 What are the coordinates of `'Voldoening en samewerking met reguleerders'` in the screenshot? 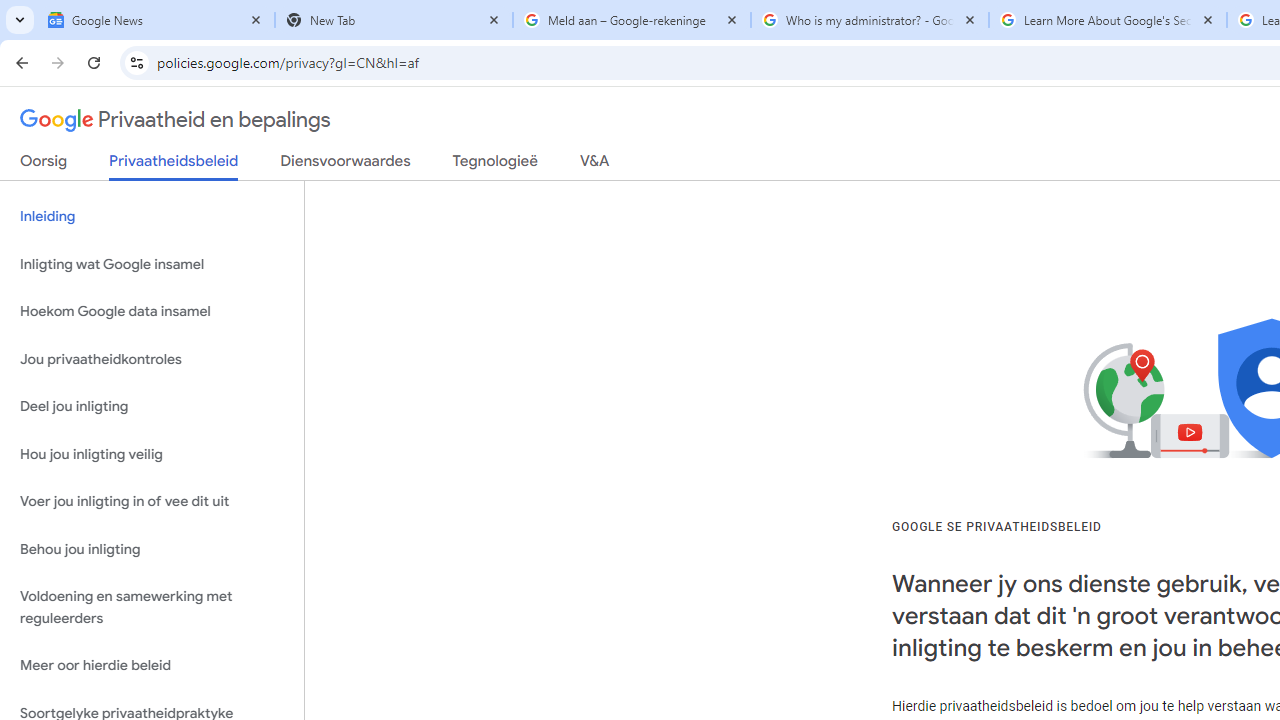 It's located at (151, 607).